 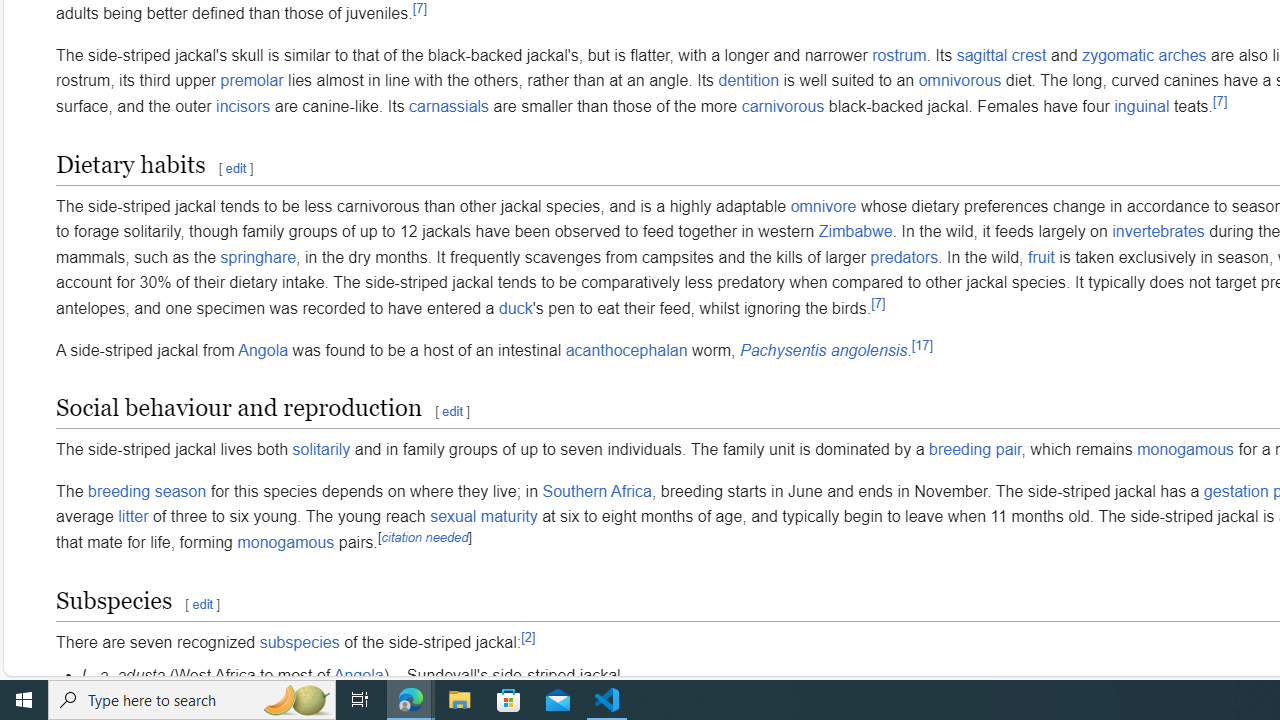 I want to click on '[2]', so click(x=528, y=637).